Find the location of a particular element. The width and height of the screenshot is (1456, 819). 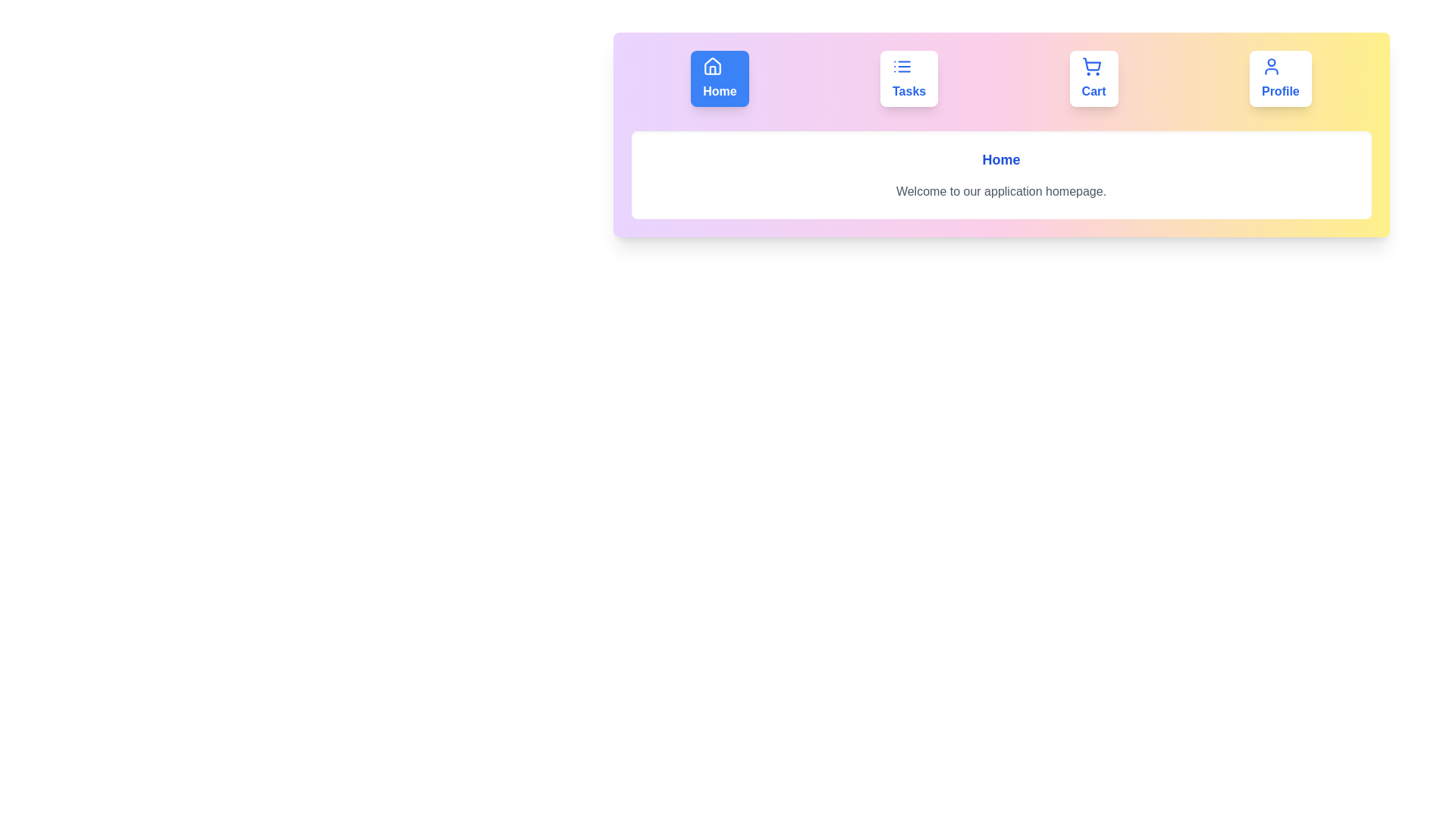

the tab labeled 'Profile' is located at coordinates (1279, 79).